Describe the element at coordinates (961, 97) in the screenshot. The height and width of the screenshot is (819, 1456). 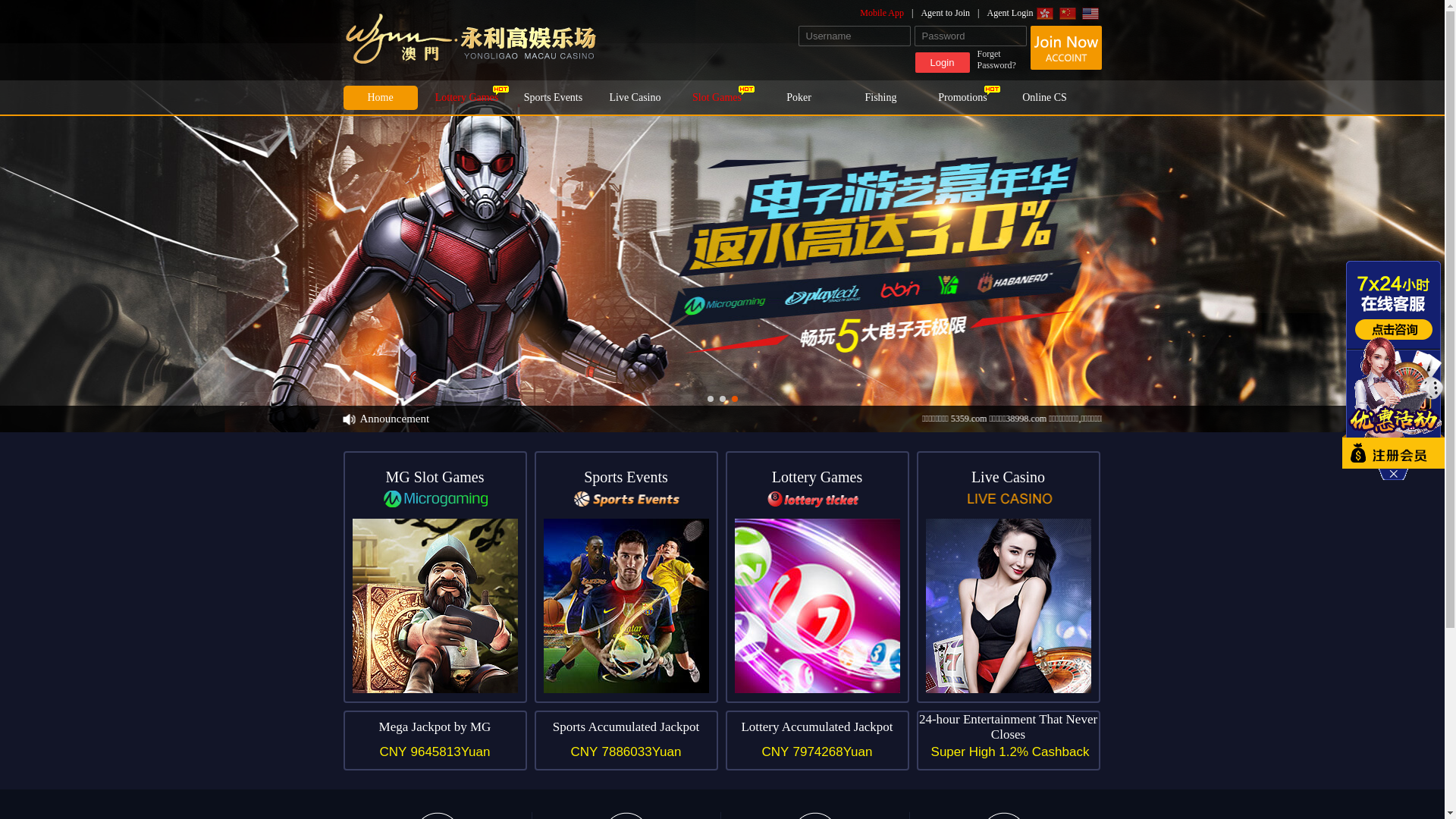
I see `'Promotions'` at that location.